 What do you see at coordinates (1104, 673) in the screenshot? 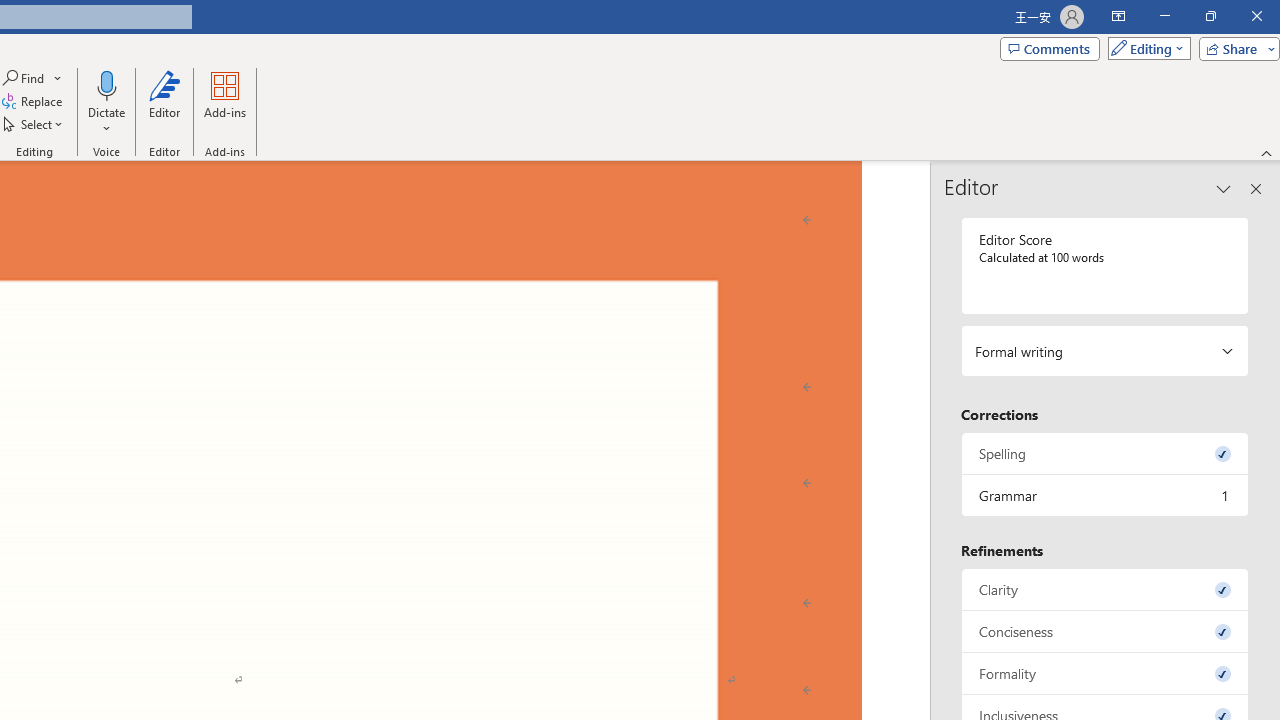
I see `'Formality, 0 issues. Press space or enter to review items.'` at bounding box center [1104, 673].